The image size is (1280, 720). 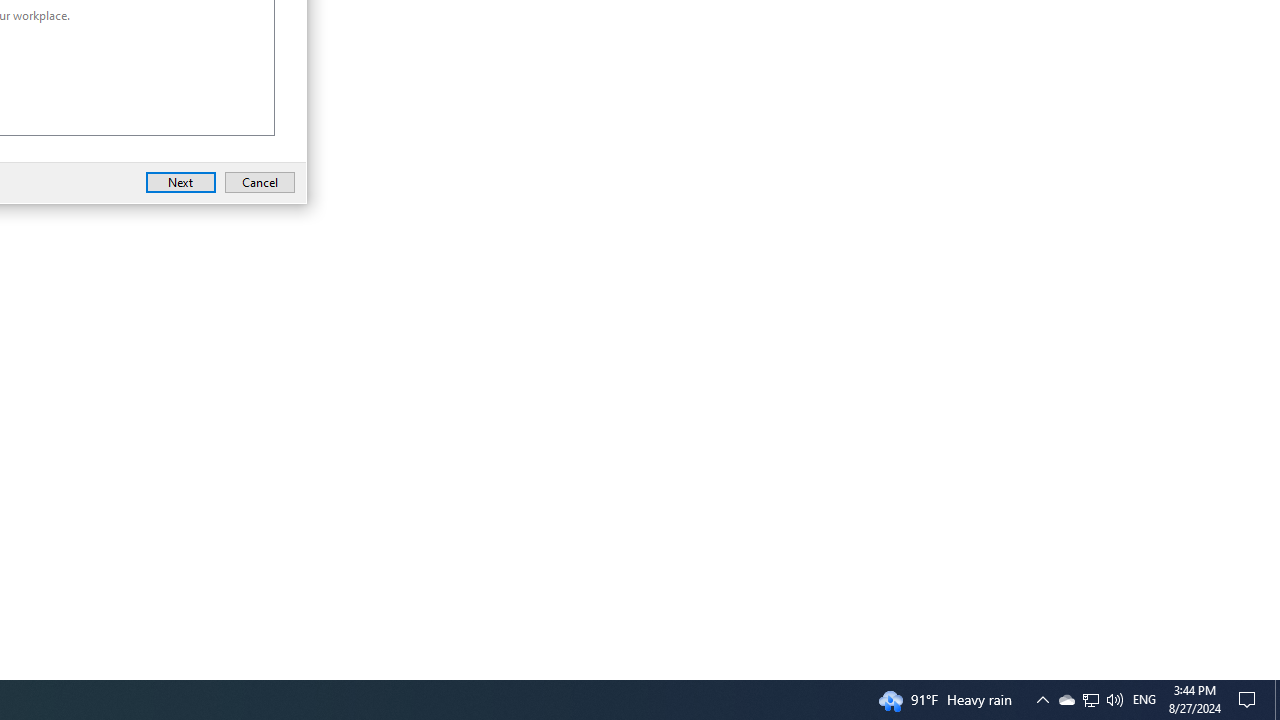 What do you see at coordinates (258, 182) in the screenshot?
I see `'Cancel'` at bounding box center [258, 182].